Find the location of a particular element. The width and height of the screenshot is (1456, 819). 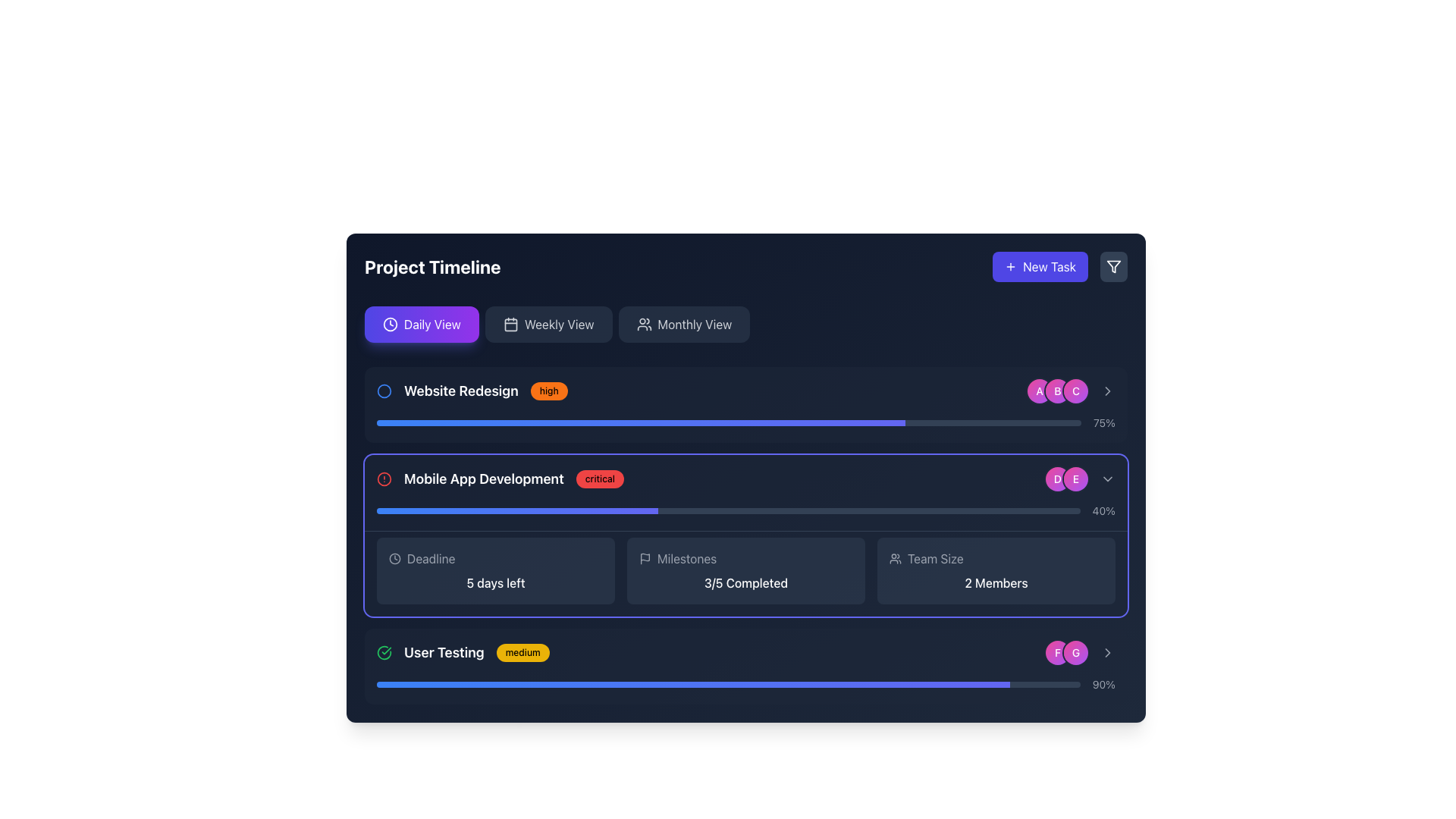

the first circular badge is located at coordinates (1039, 391).